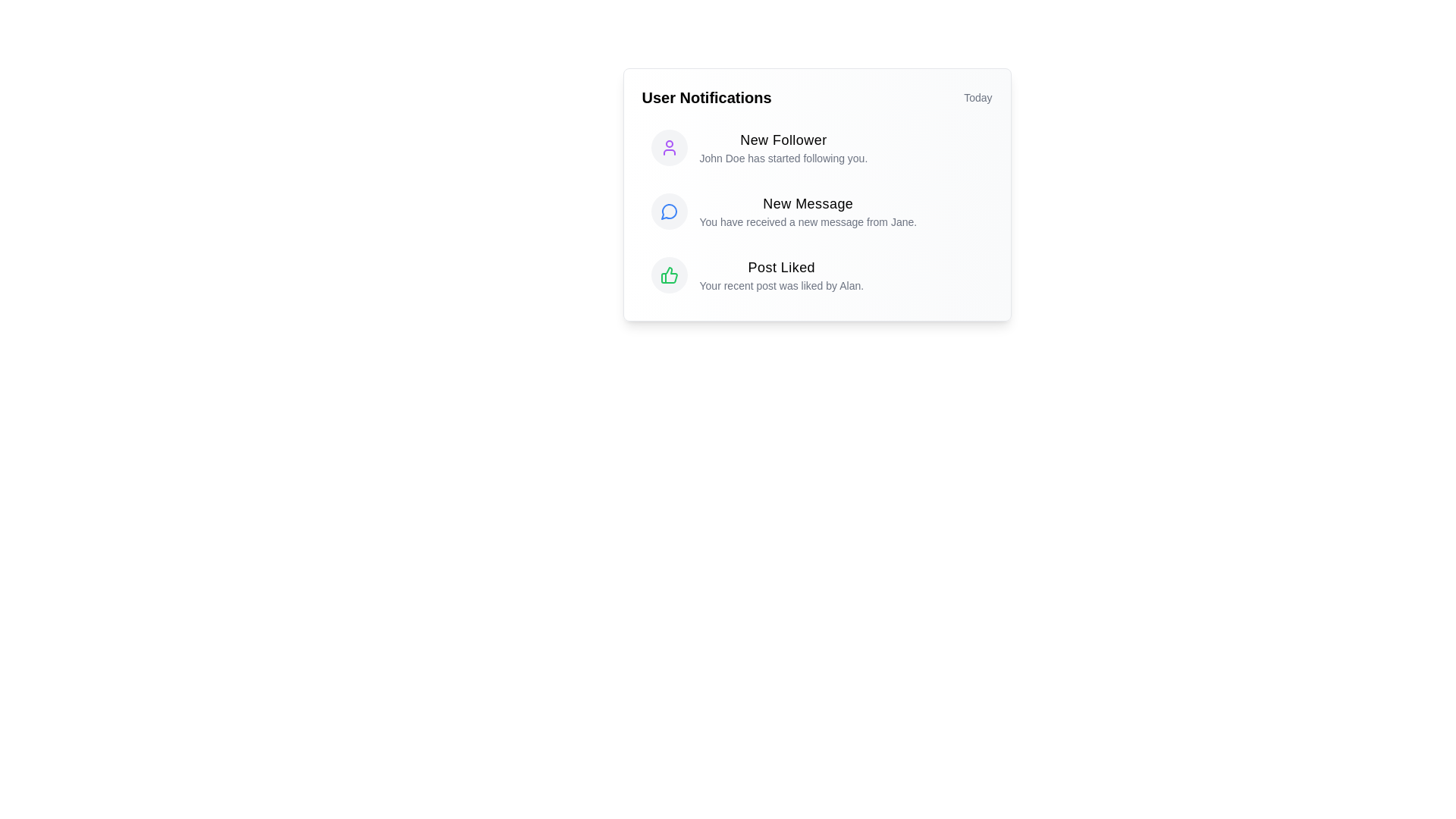  I want to click on the circular icon with a green thumbs-up symbol, located within the 'Post Liked' notification card, so click(668, 275).